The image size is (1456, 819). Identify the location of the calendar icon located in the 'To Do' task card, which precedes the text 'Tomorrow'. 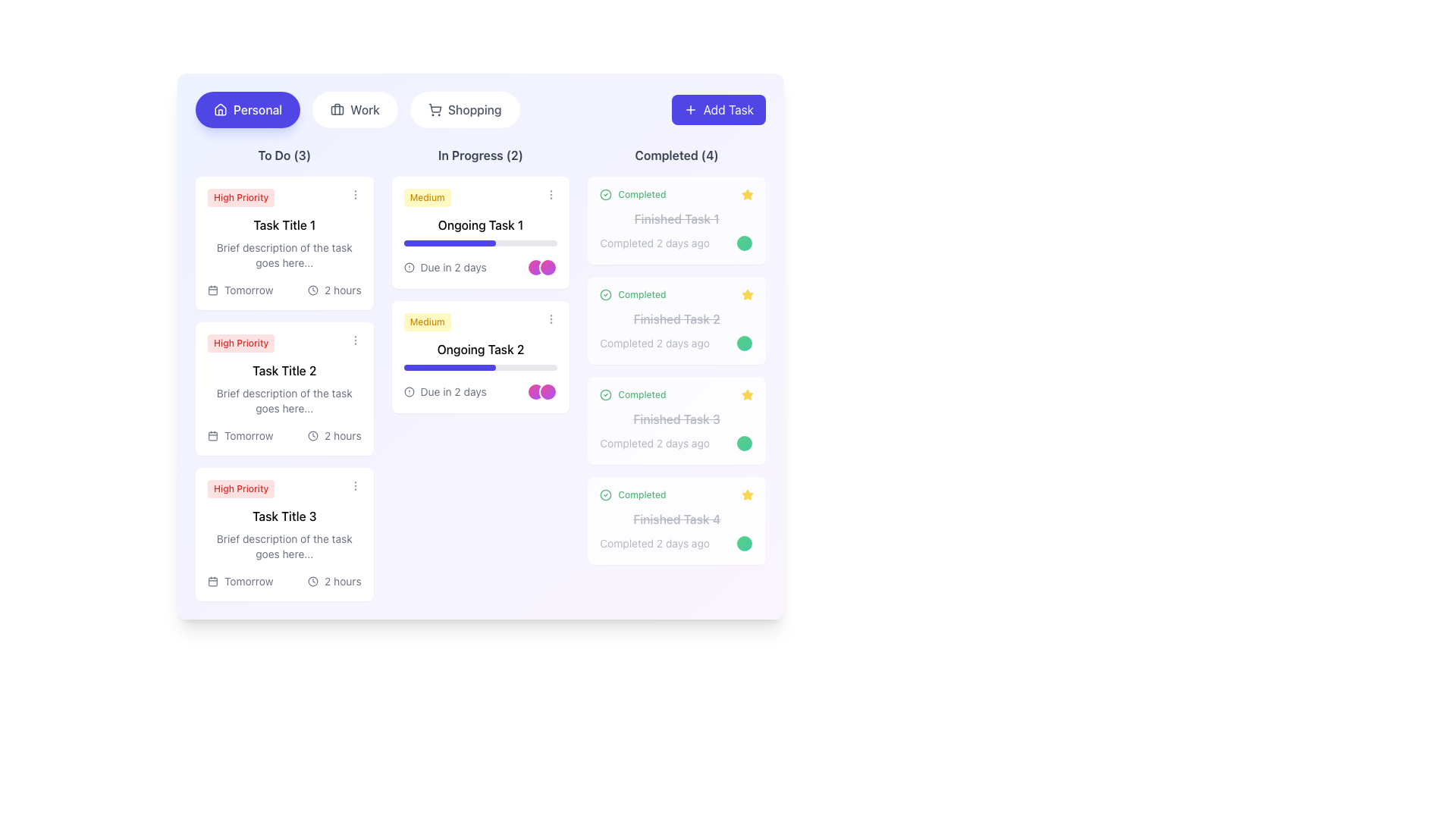
(212, 435).